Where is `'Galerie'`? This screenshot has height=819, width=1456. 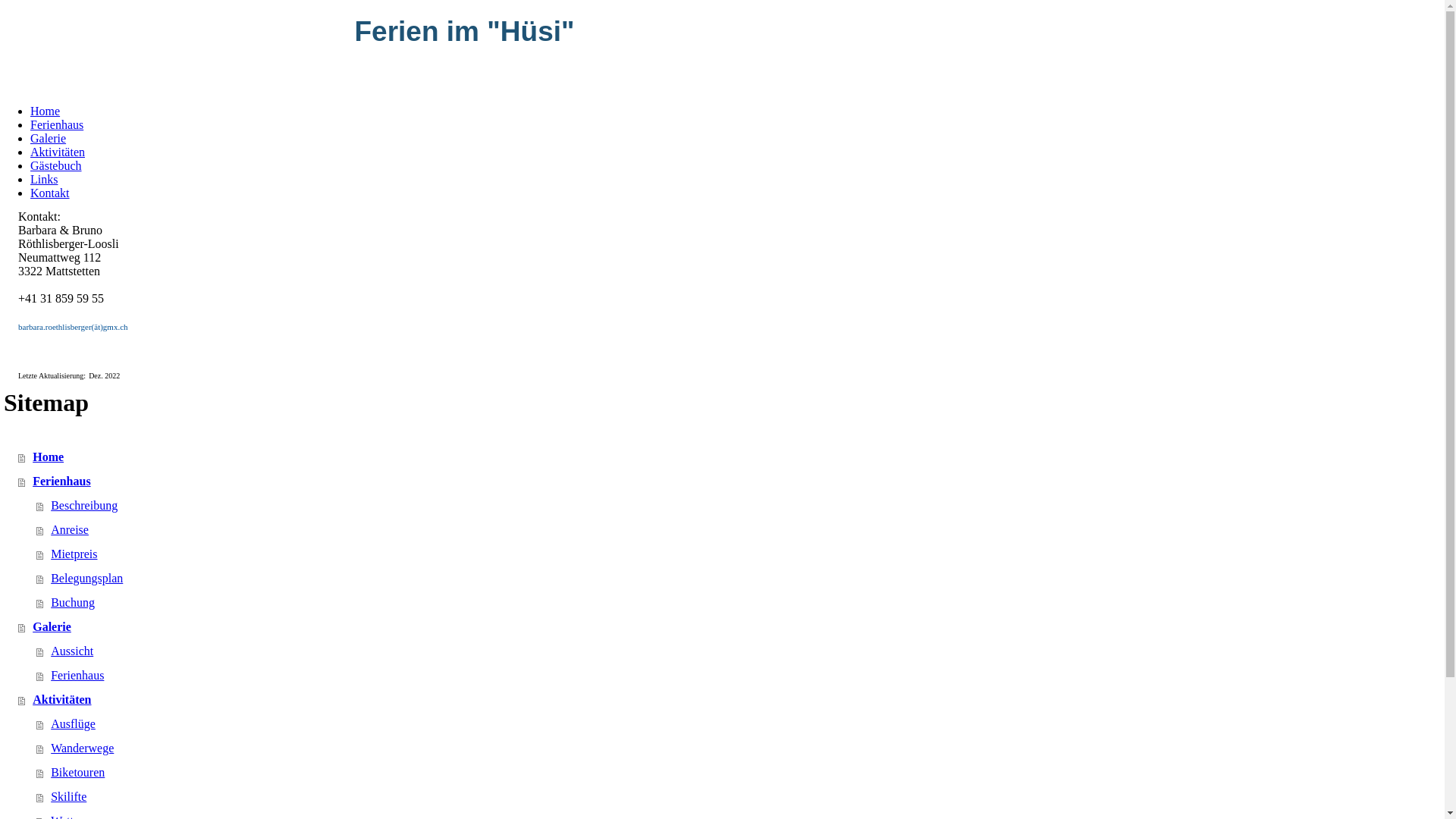 'Galerie' is located at coordinates (48, 138).